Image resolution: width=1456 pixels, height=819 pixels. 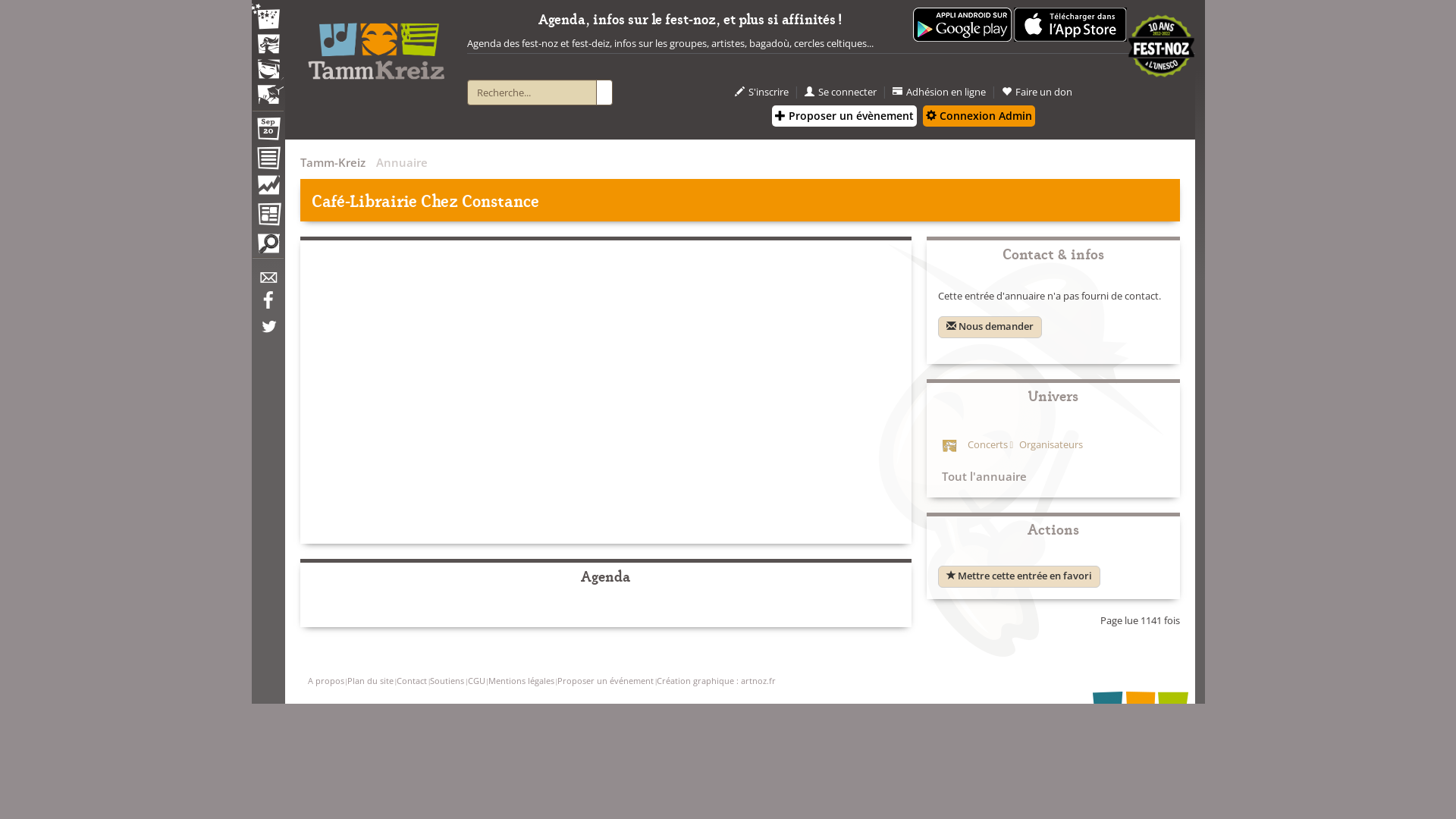 What do you see at coordinates (979, 115) in the screenshot?
I see `'Connexion Admin'` at bounding box center [979, 115].